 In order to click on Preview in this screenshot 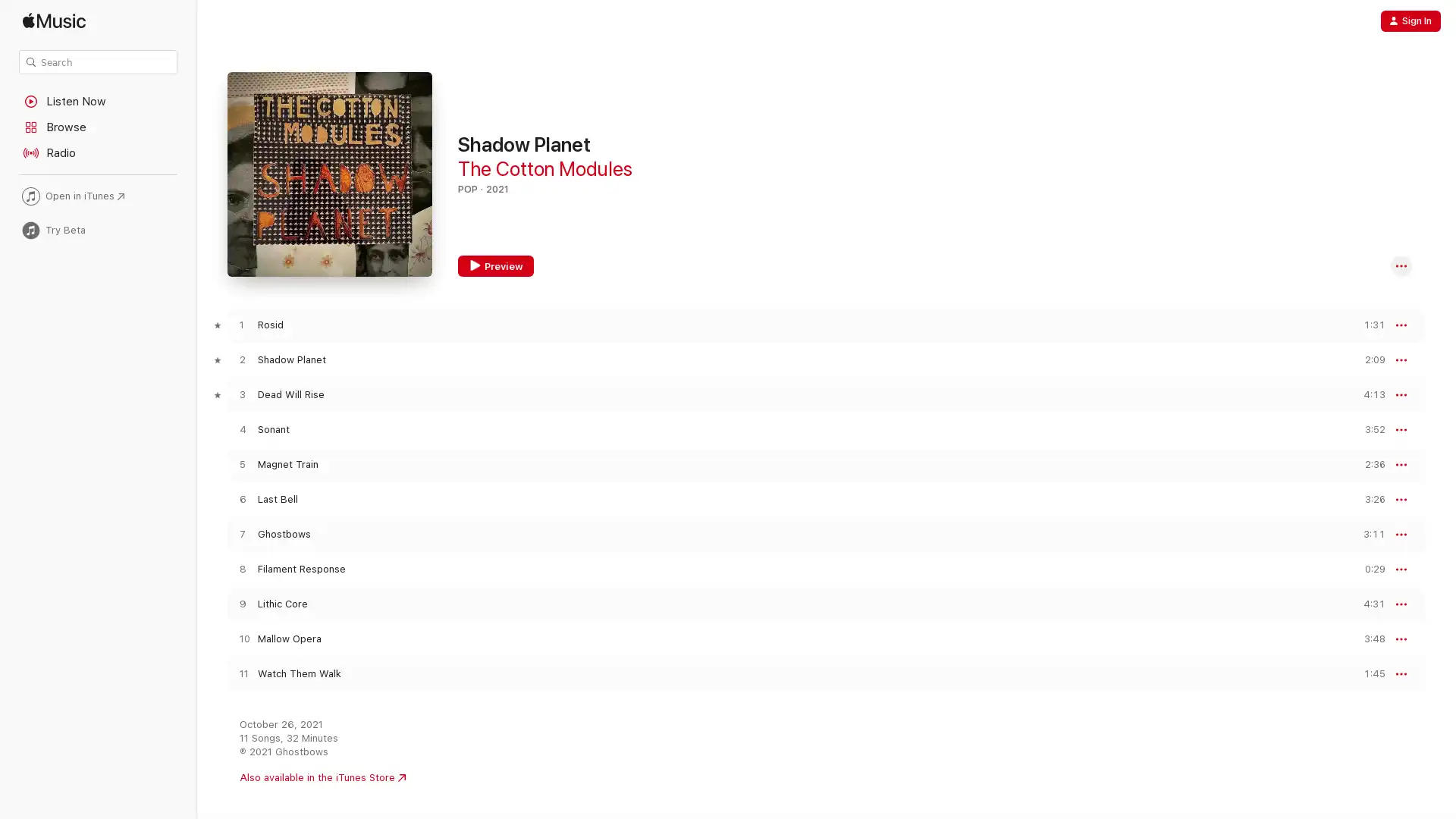, I will do `click(1368, 499)`.